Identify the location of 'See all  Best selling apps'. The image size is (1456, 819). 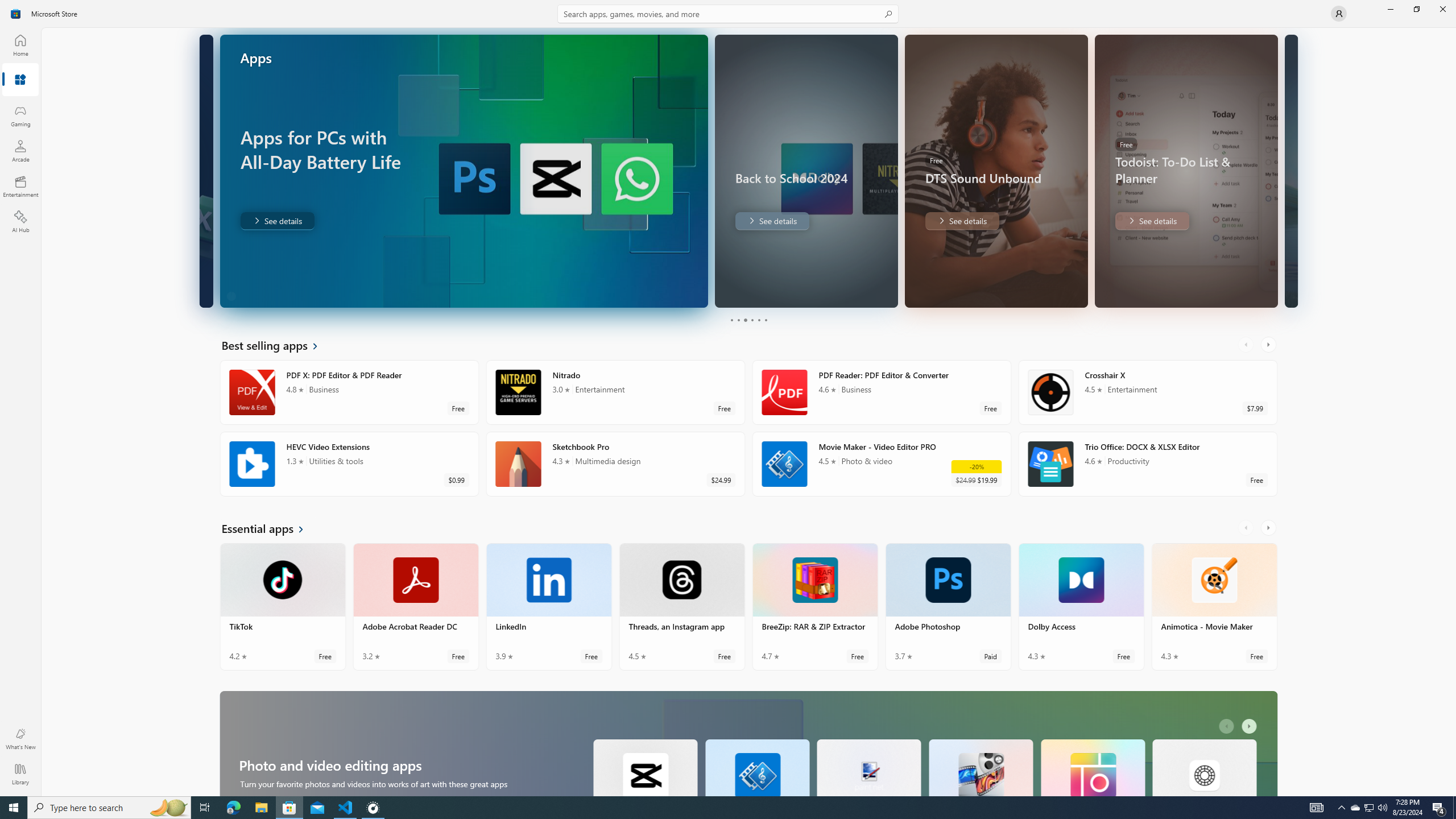
(276, 344).